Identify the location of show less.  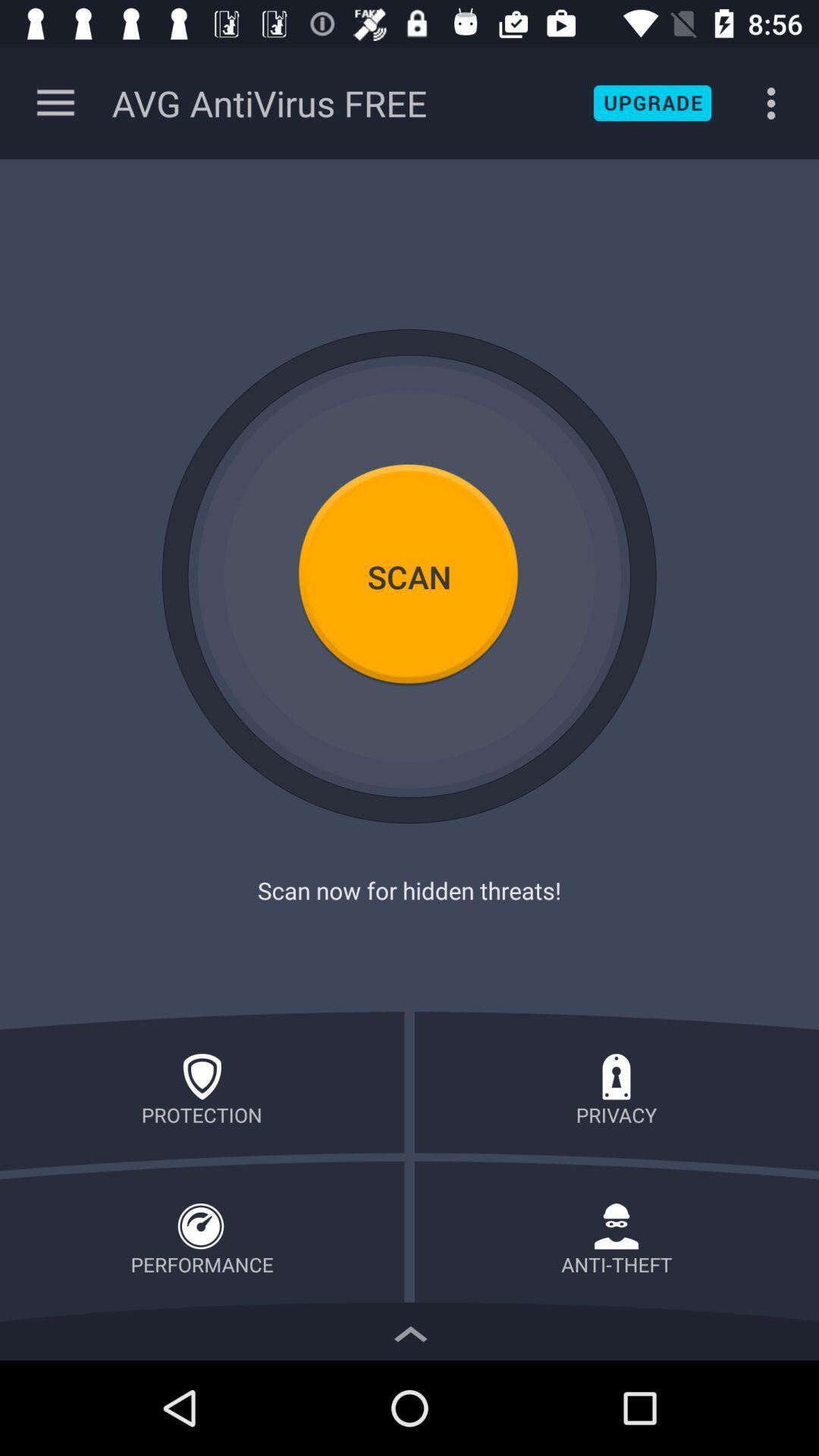
(409, 1329).